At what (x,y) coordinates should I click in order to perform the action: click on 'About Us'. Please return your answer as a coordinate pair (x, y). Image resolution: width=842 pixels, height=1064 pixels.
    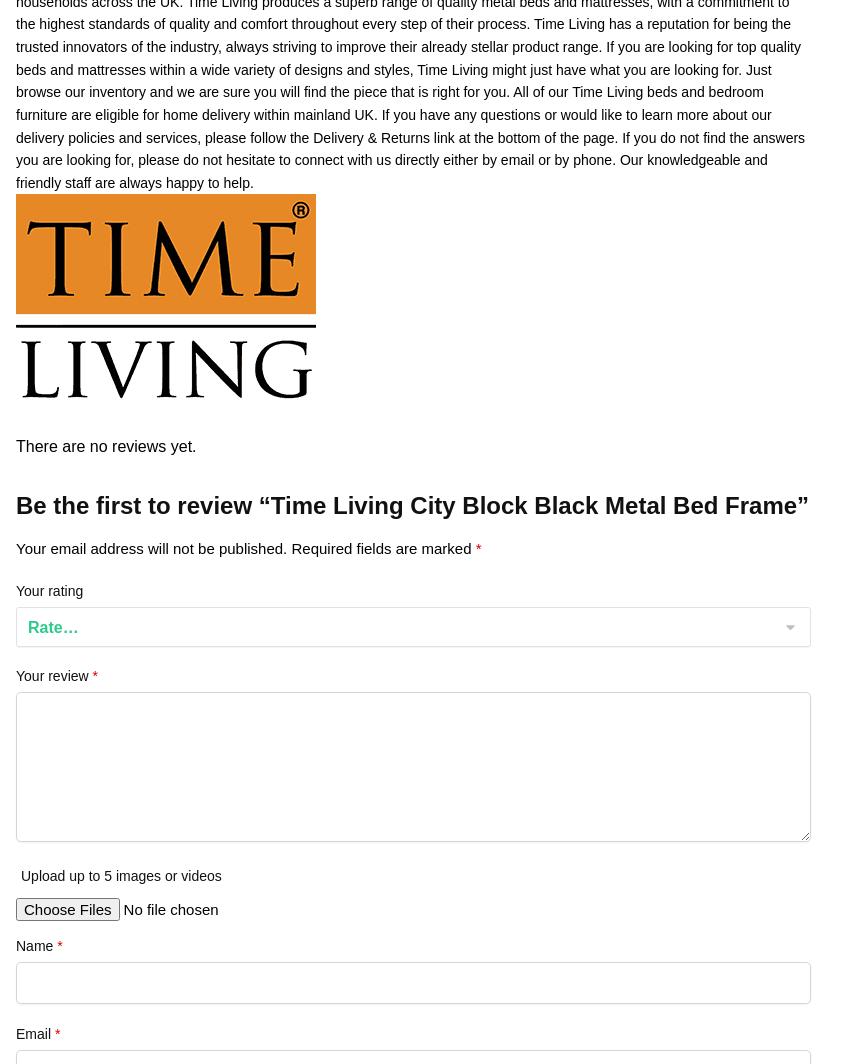
    Looking at the image, I should click on (44, 348).